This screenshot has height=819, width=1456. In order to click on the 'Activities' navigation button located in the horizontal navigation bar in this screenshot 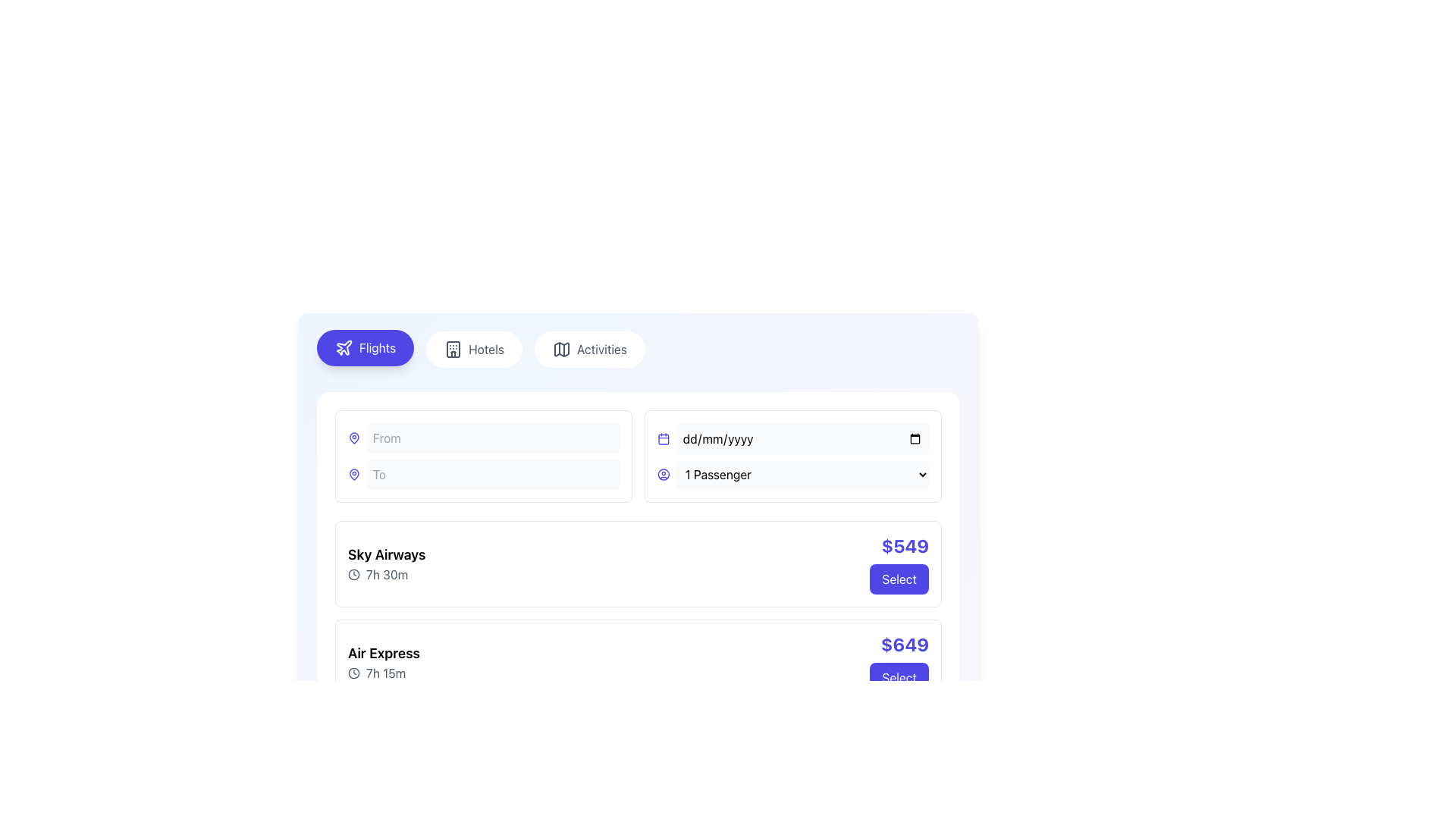, I will do `click(588, 350)`.